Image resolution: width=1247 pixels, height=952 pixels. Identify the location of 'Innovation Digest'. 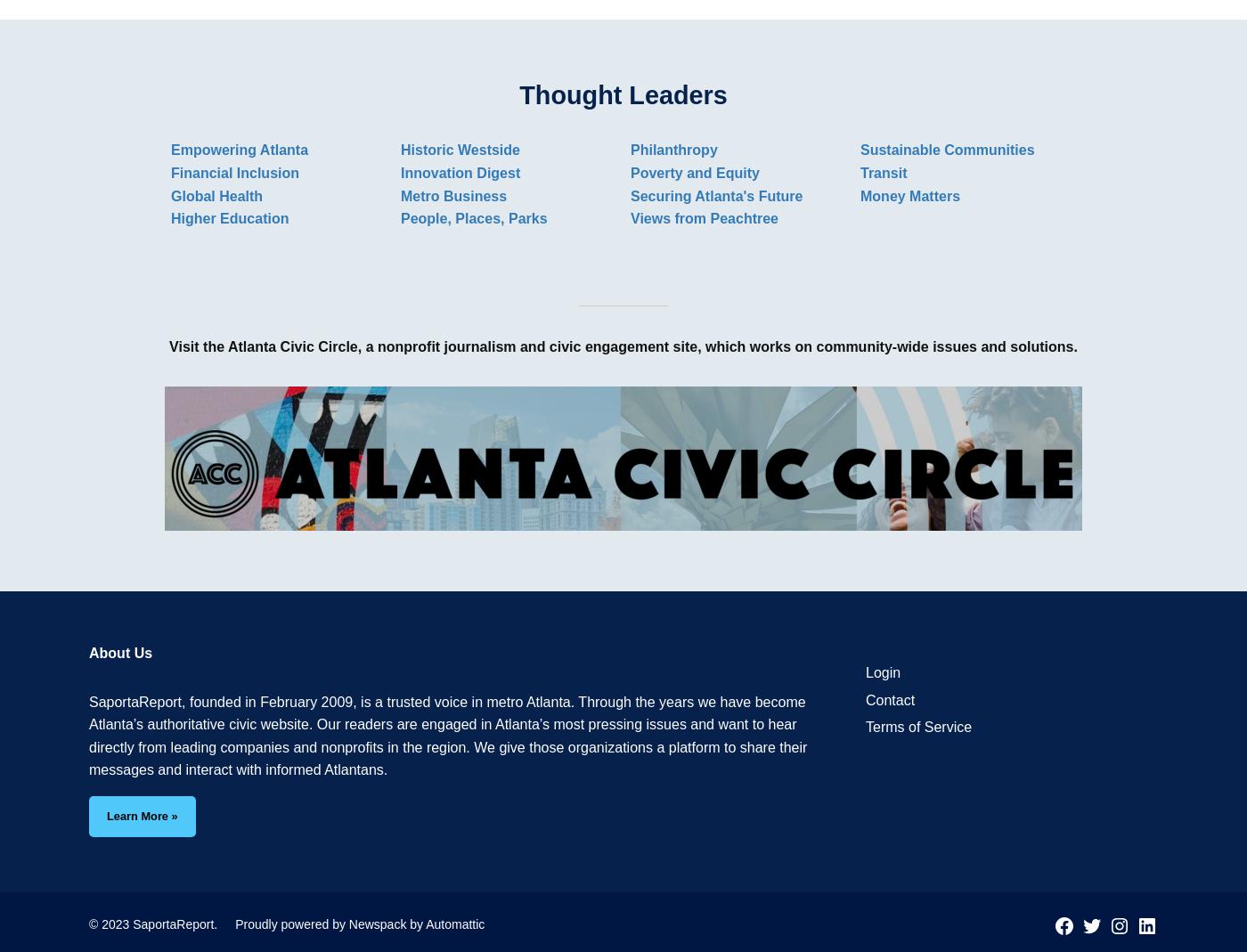
(460, 173).